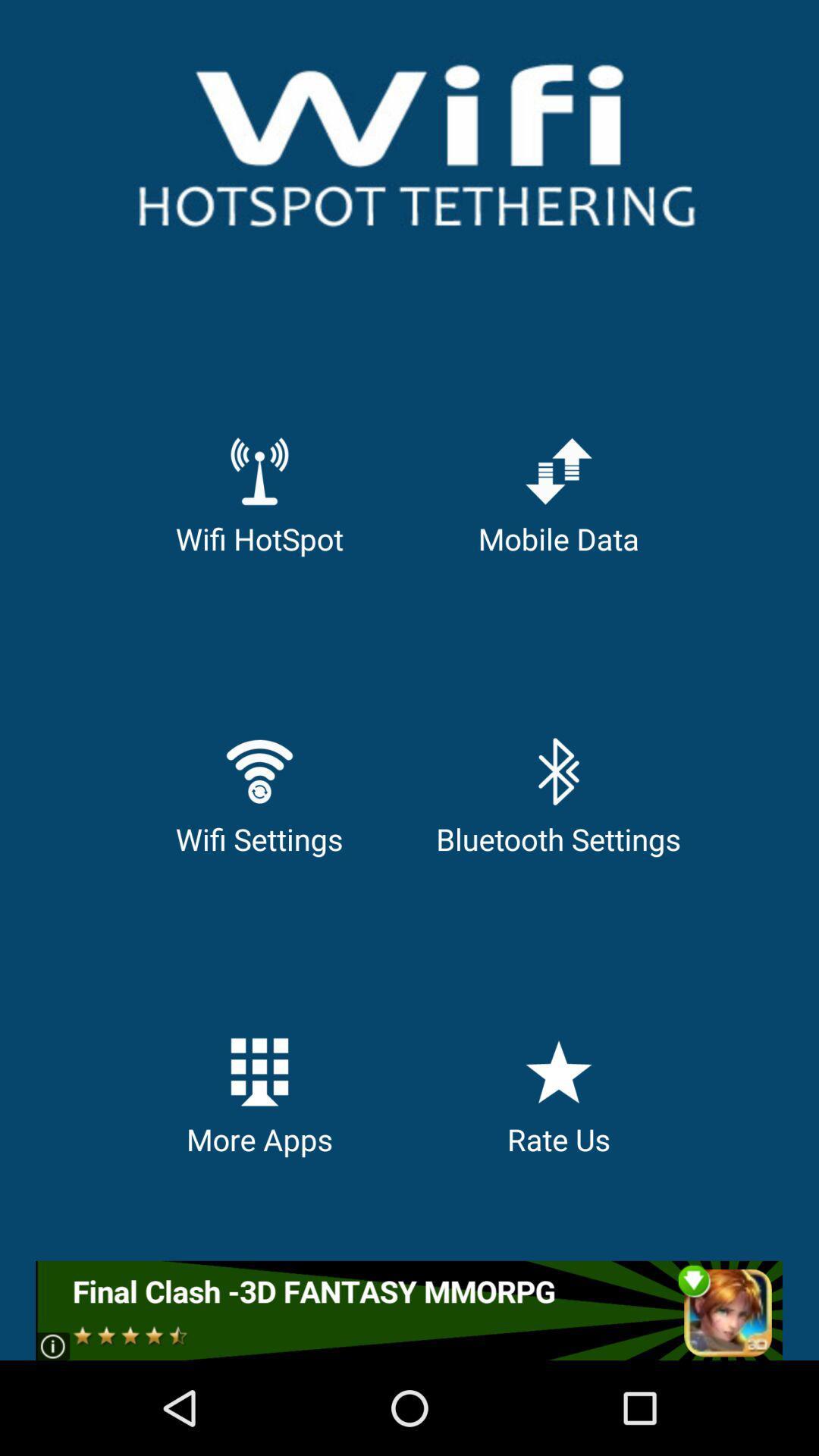 The width and height of the screenshot is (819, 1456). Describe the element at coordinates (408, 1310) in the screenshot. I see `final clash` at that location.